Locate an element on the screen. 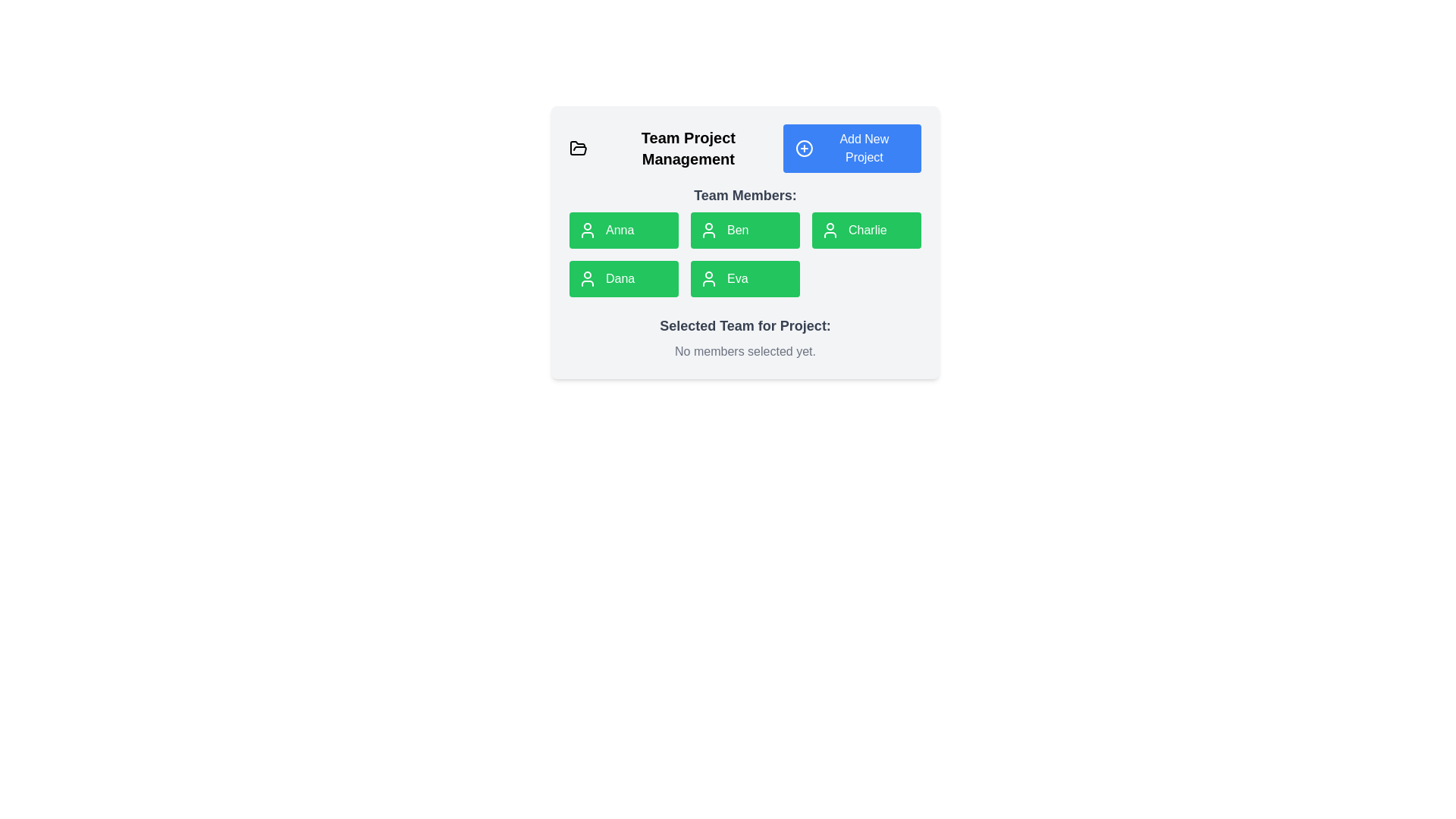 This screenshot has width=1456, height=819. the third button labeled 'Charlie' in the 'Team Members' section is located at coordinates (866, 231).